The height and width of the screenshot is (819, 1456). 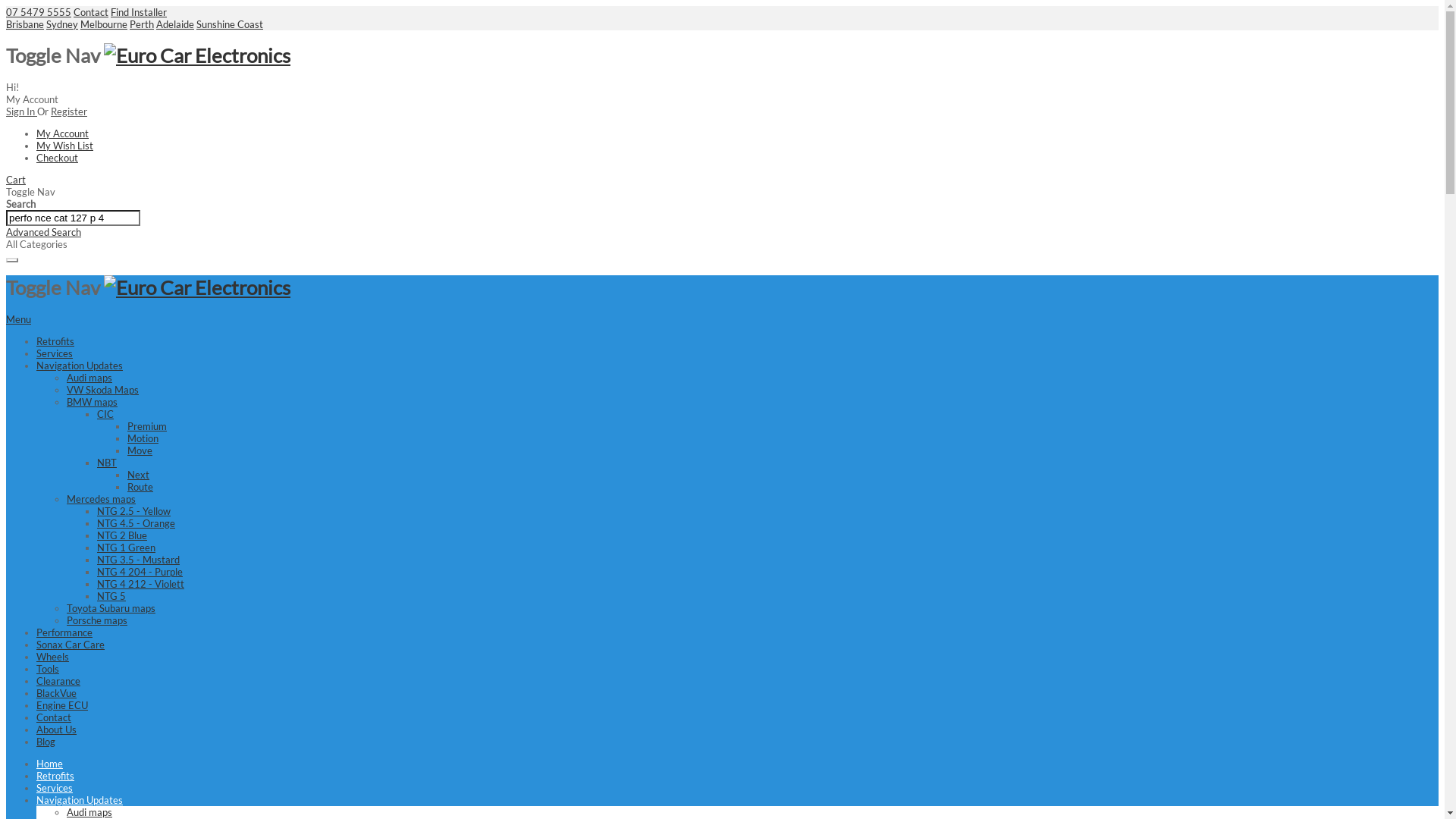 What do you see at coordinates (64, 146) in the screenshot?
I see `'My Wish List'` at bounding box center [64, 146].